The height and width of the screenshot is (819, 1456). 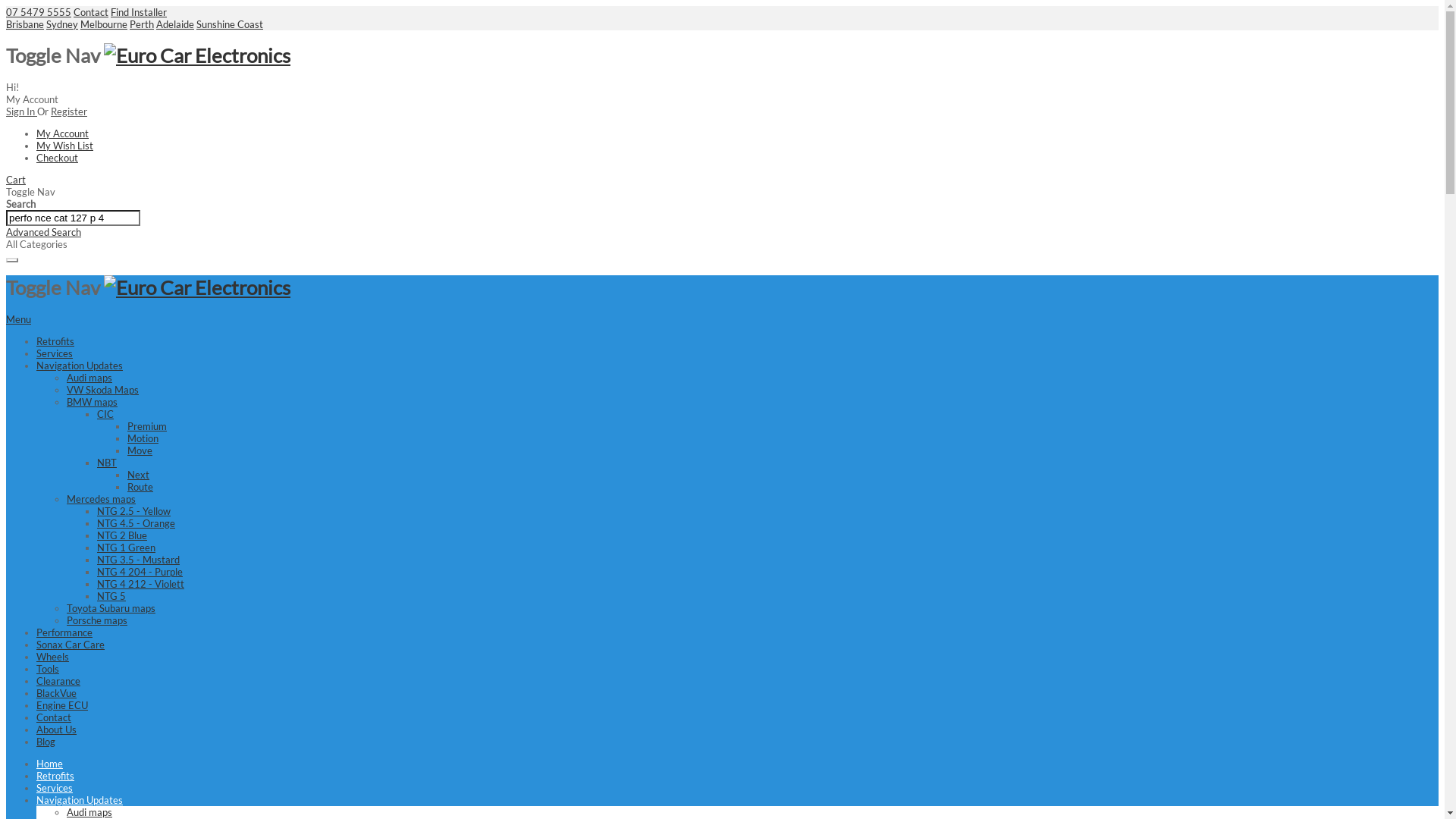 What do you see at coordinates (64, 146) in the screenshot?
I see `'My Wish List'` at bounding box center [64, 146].